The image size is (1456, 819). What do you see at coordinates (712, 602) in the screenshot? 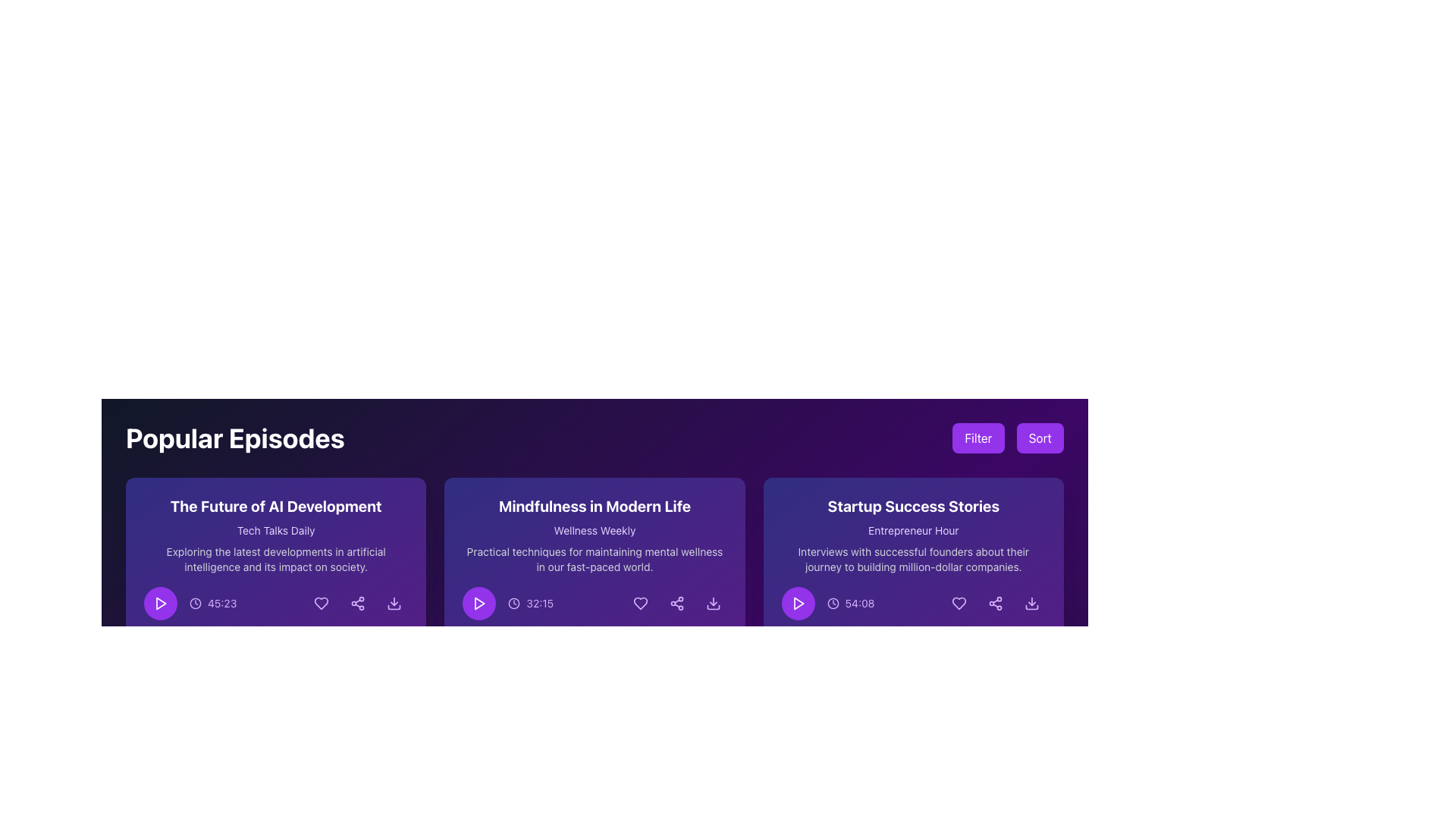
I see `the circular purple button with a downward arrow icon located at the bottom-right corner of the 'Mindfulness in Modern Life' card to download the content` at bounding box center [712, 602].